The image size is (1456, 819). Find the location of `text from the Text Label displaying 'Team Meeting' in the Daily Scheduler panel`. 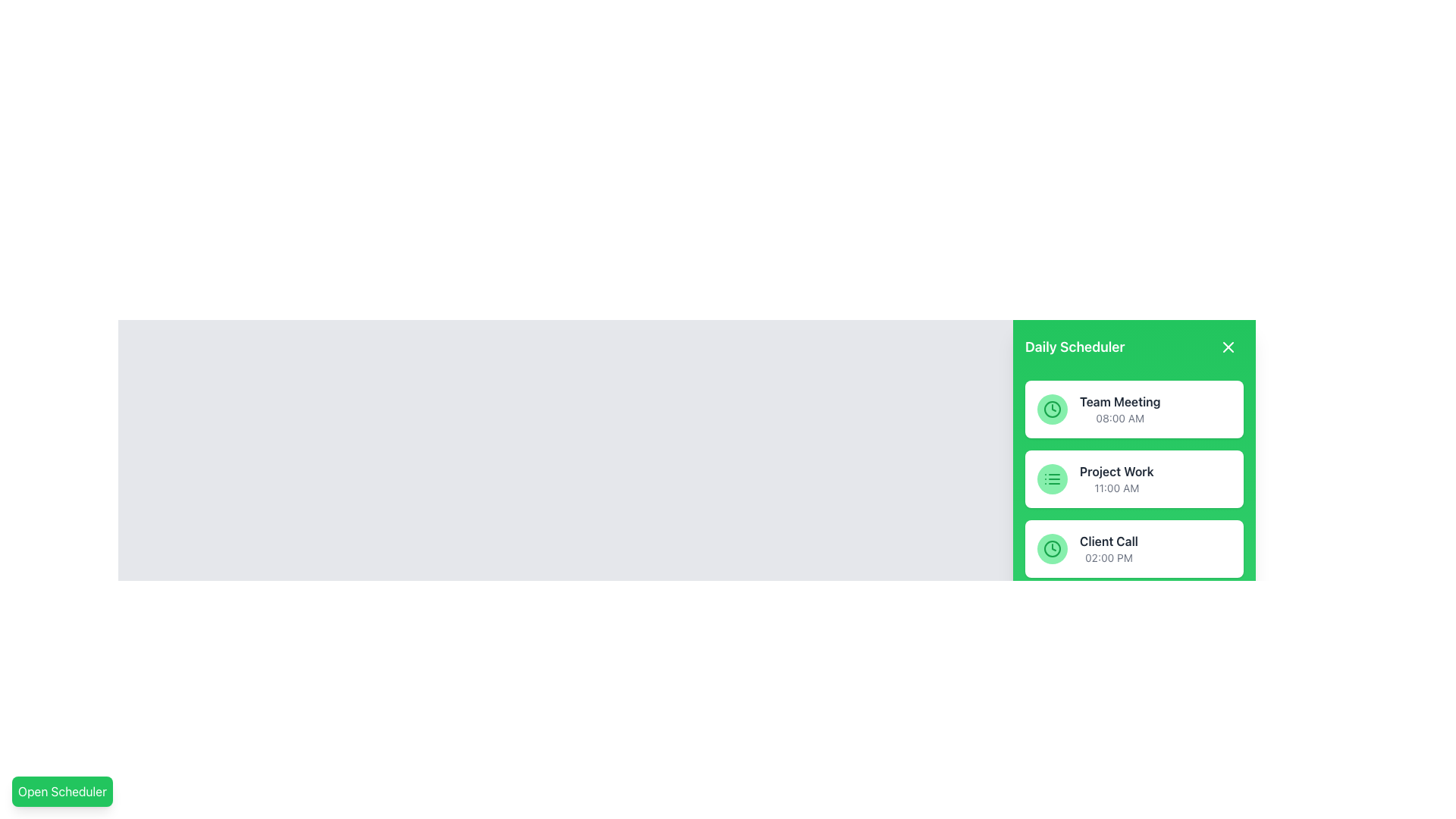

text from the Text Label displaying 'Team Meeting' in the Daily Scheduler panel is located at coordinates (1120, 400).